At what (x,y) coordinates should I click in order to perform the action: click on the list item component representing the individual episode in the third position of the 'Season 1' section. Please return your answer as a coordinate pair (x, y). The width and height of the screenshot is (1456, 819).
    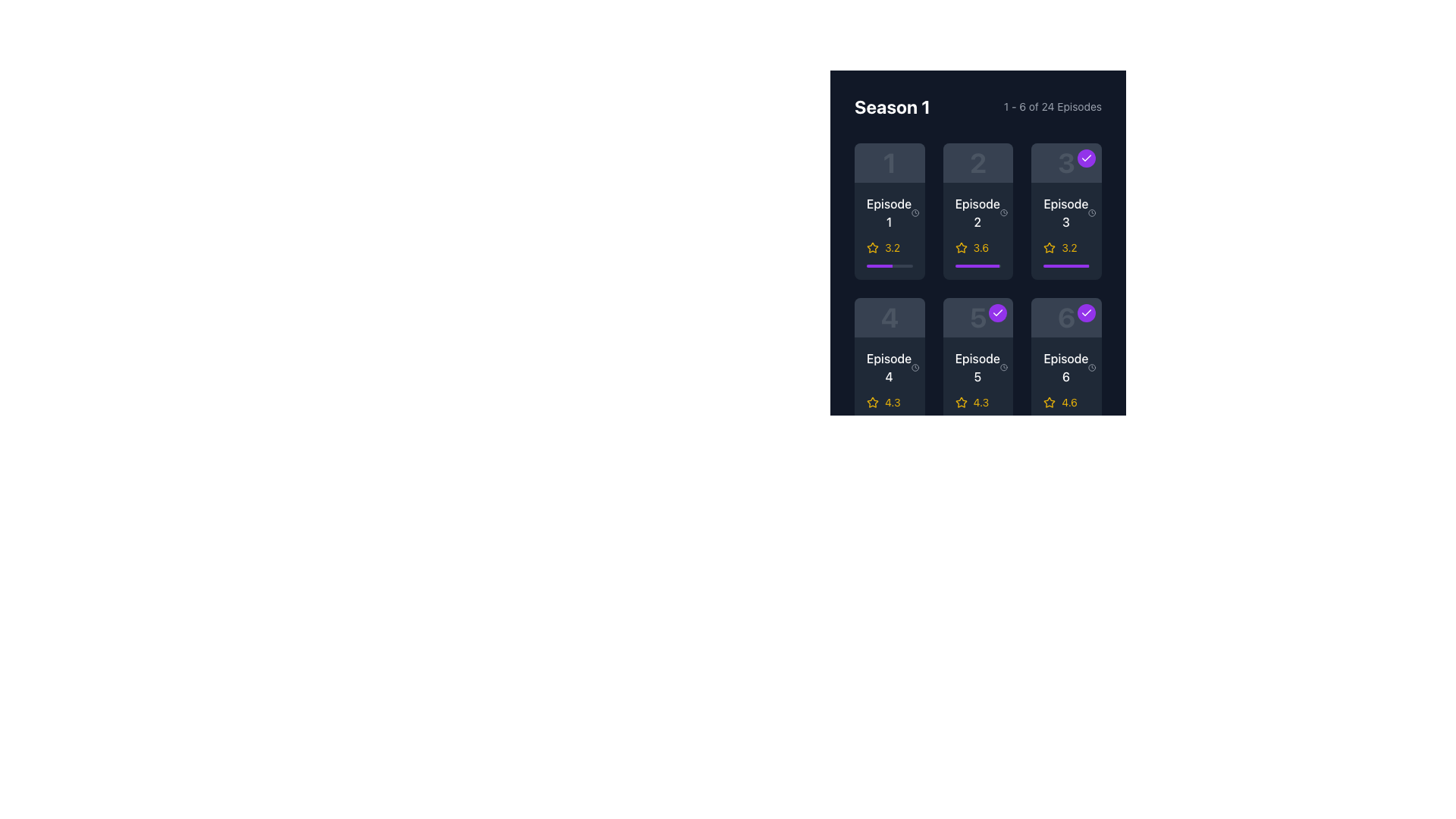
    Looking at the image, I should click on (1065, 231).